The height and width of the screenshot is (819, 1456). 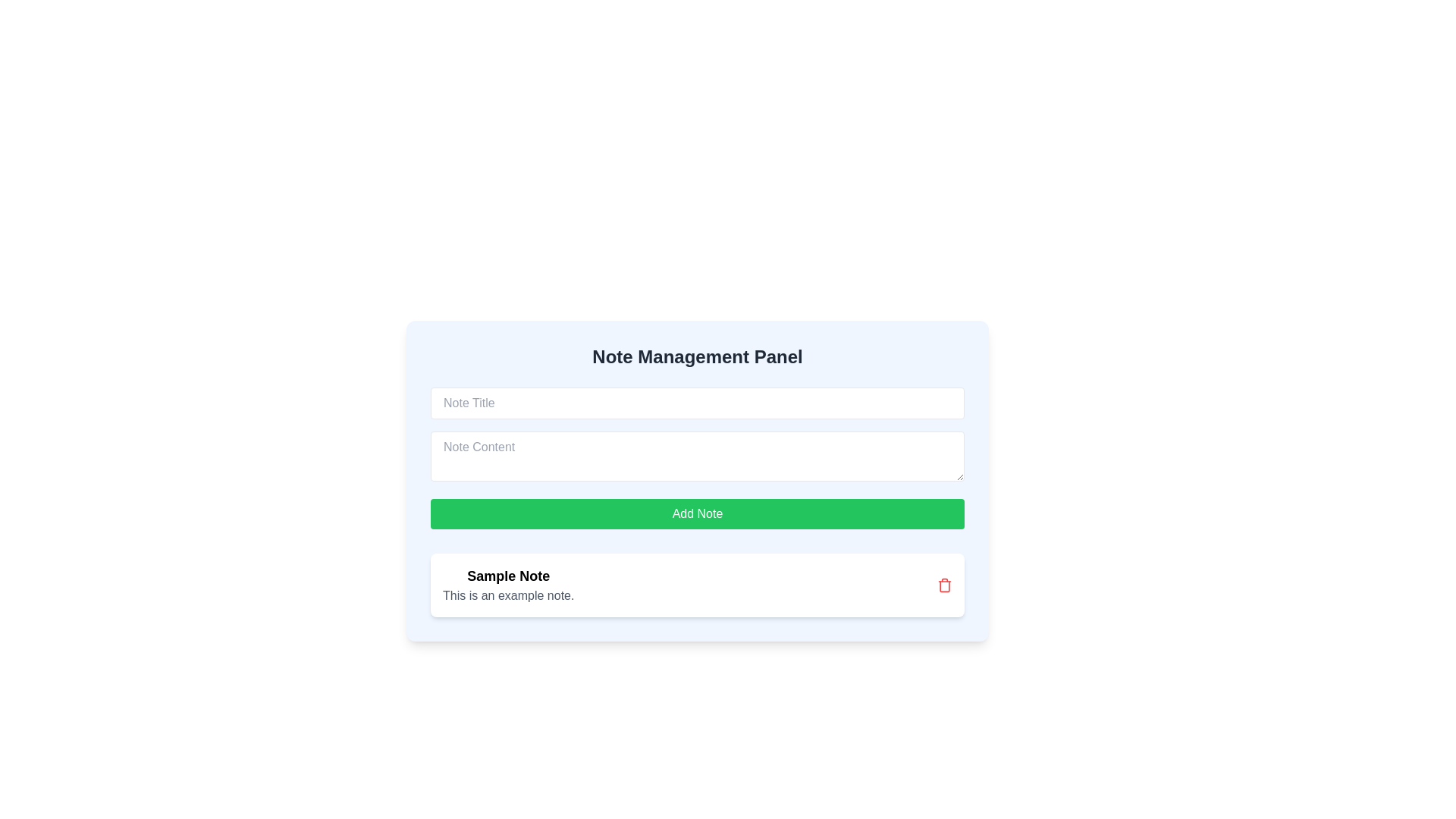 What do you see at coordinates (508, 576) in the screenshot?
I see `bold, large-font text displaying 'Sample Note' located at the center of the text element near the bottom of the main content area` at bounding box center [508, 576].